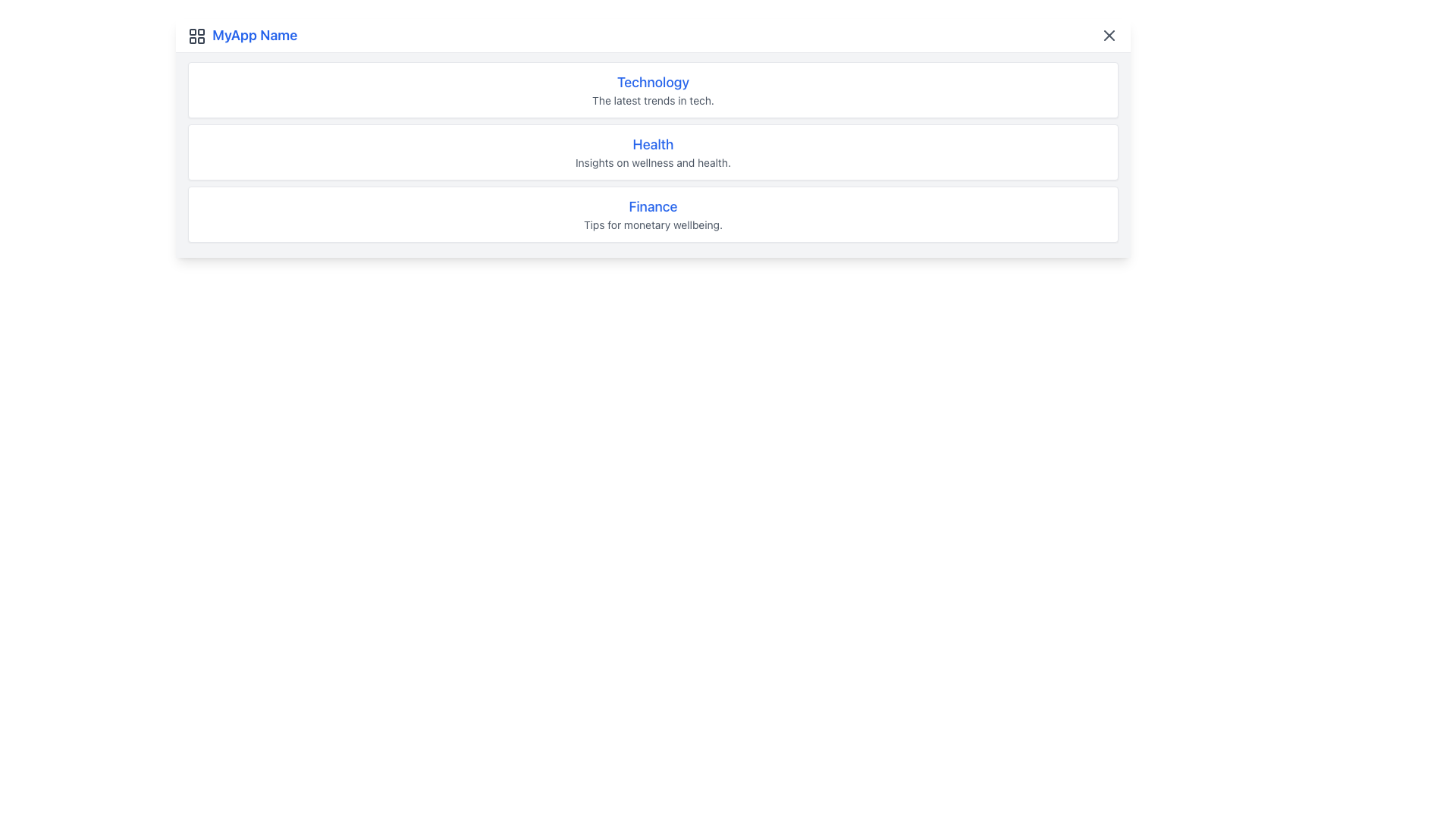 Image resolution: width=1456 pixels, height=819 pixels. I want to click on the header text label at the top-left corner of the interface, so click(243, 34).